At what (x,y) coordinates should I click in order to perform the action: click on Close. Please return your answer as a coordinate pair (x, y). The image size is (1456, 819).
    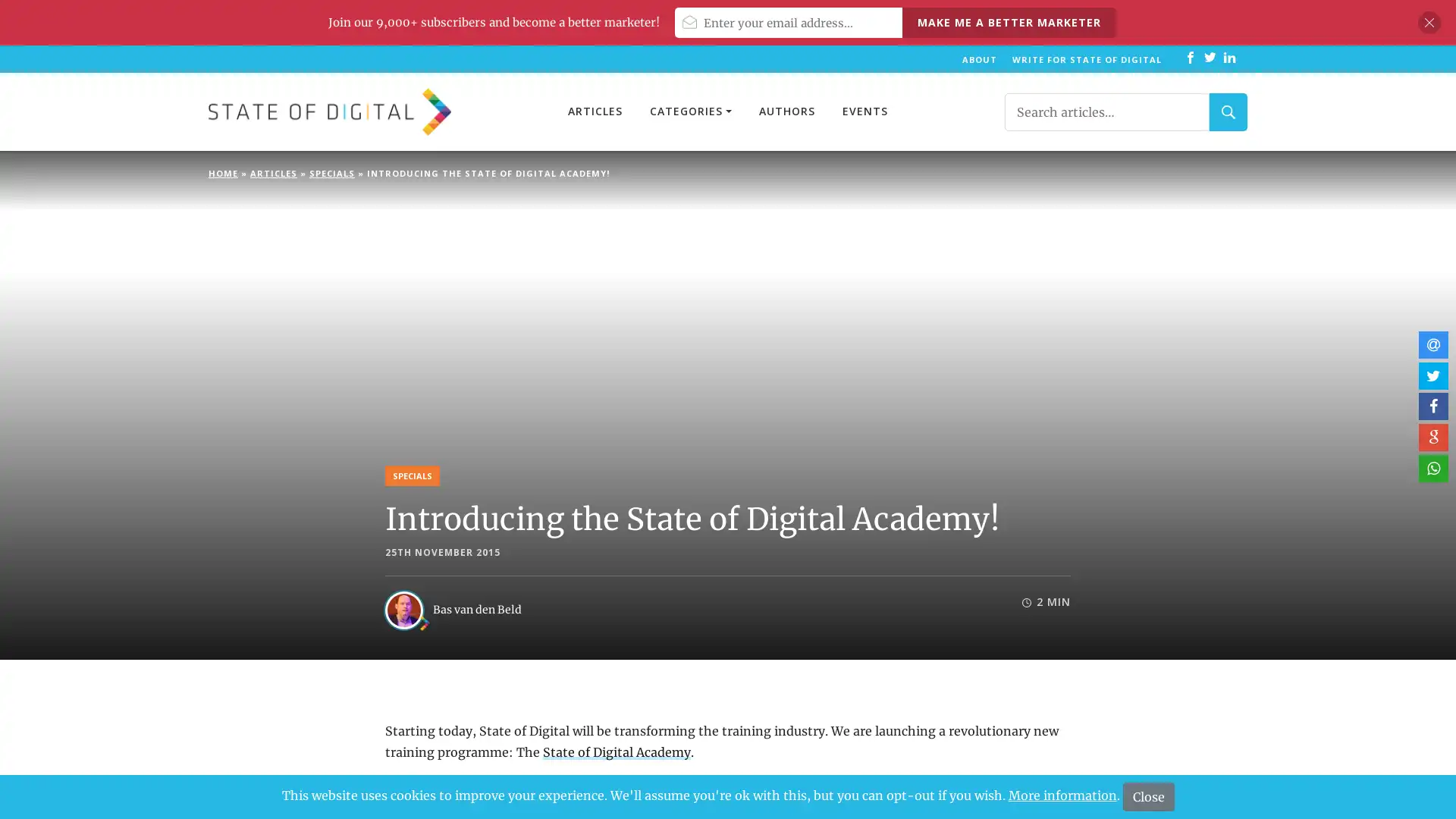
    Looking at the image, I should click on (1147, 795).